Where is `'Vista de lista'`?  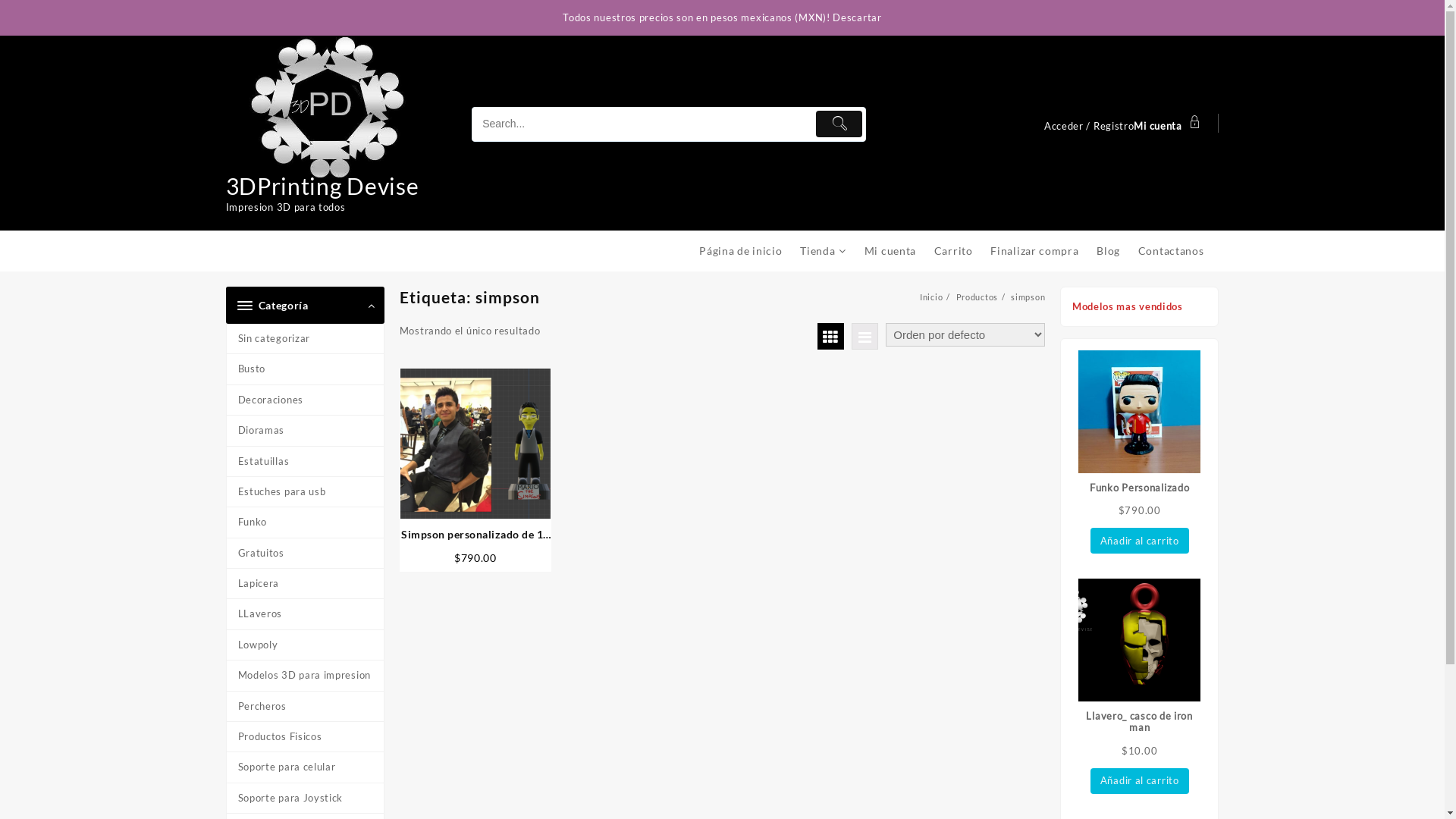
'Vista de lista' is located at coordinates (864, 335).